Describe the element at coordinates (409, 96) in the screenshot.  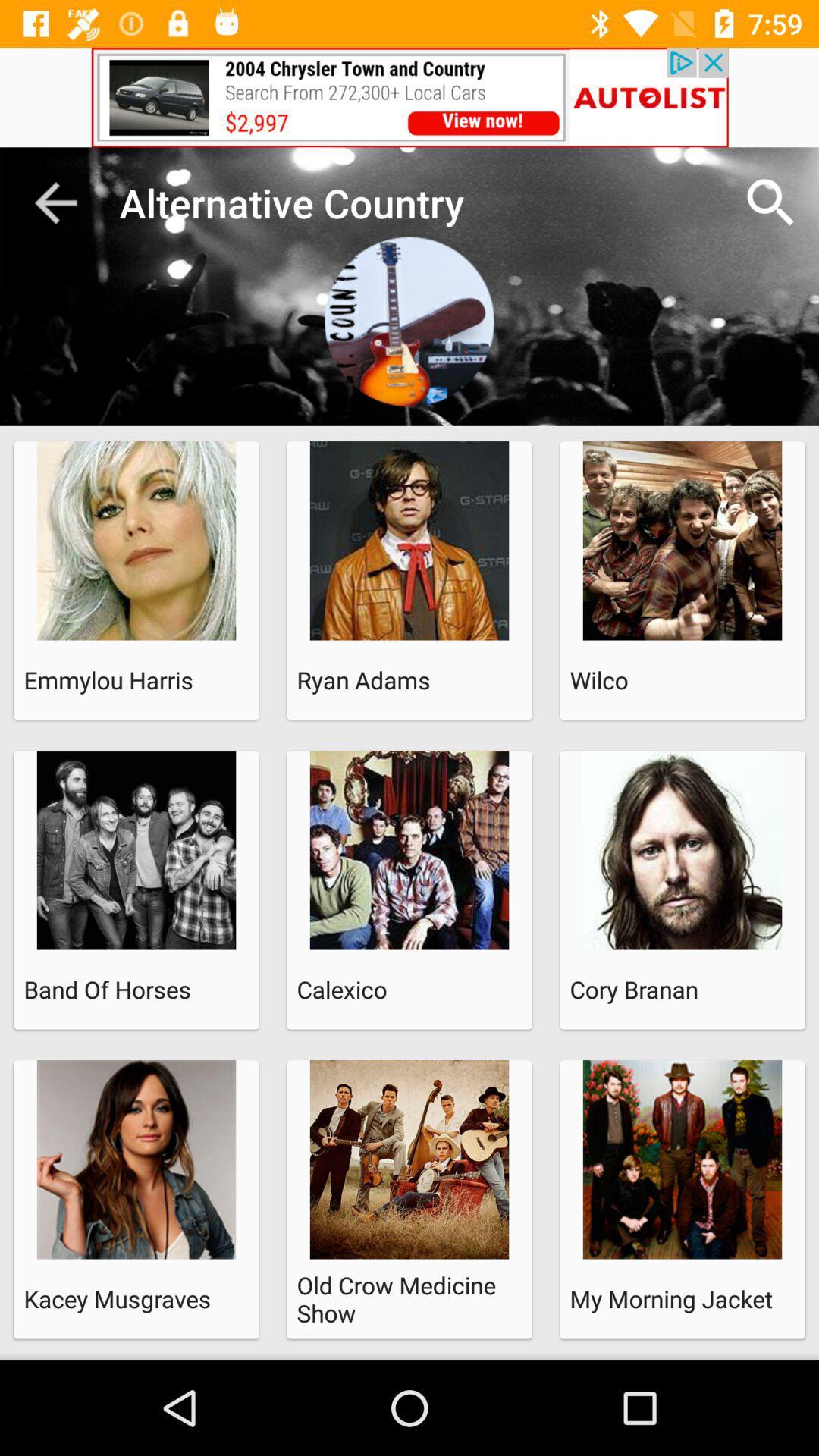
I see `advertisement page` at that location.